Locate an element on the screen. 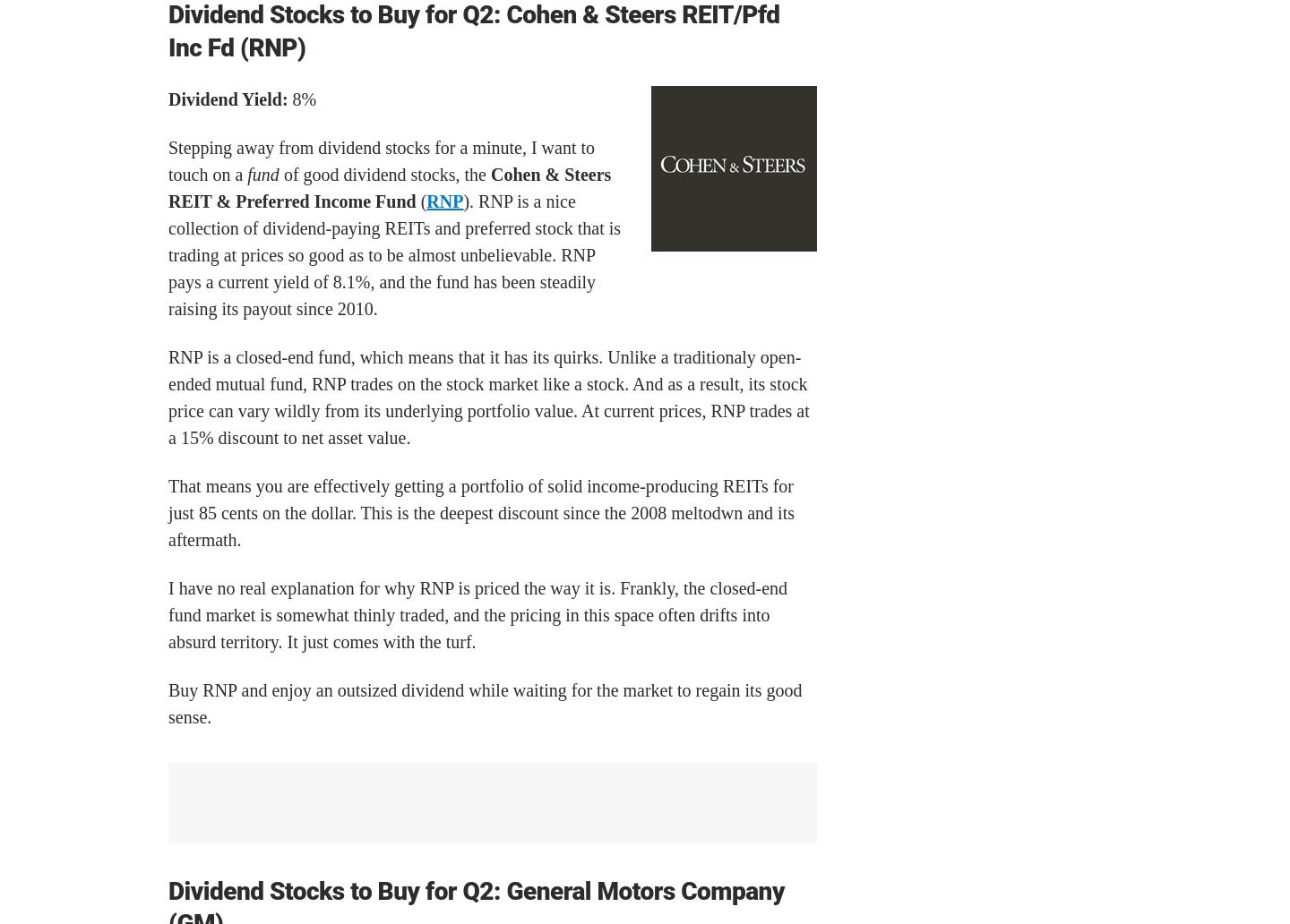 Image resolution: width=1290 pixels, height=924 pixels. '). RNP is a nice collection of dividend-paying REITs and preferred stock that is trading at prices so good as to be almost unbelievable. RNP pays a current yield of 8.1%, and the fund has been steadily raising its payout since 2010.' is located at coordinates (168, 255).